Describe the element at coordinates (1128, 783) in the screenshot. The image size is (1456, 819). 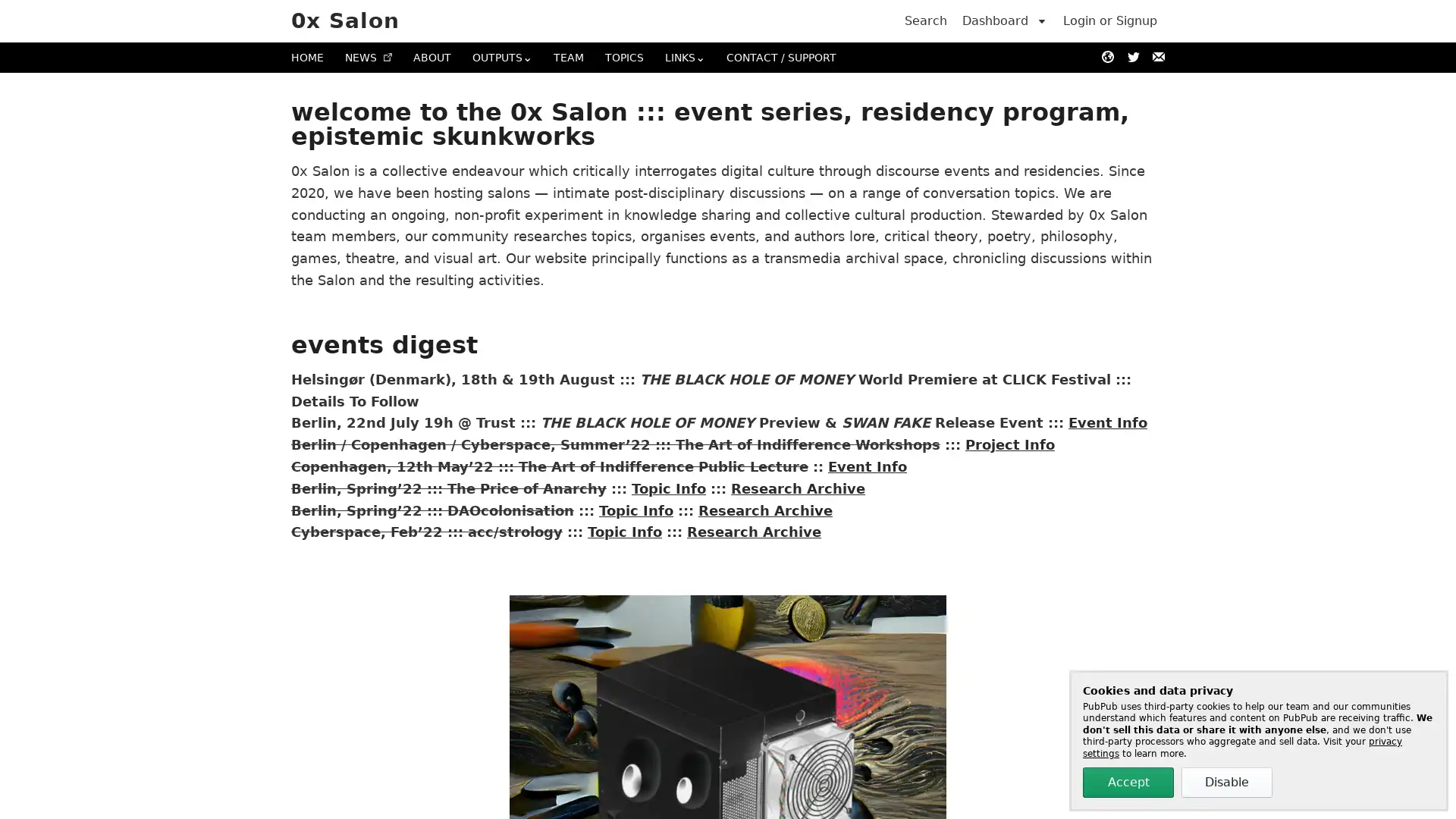
I see `Accept` at that location.